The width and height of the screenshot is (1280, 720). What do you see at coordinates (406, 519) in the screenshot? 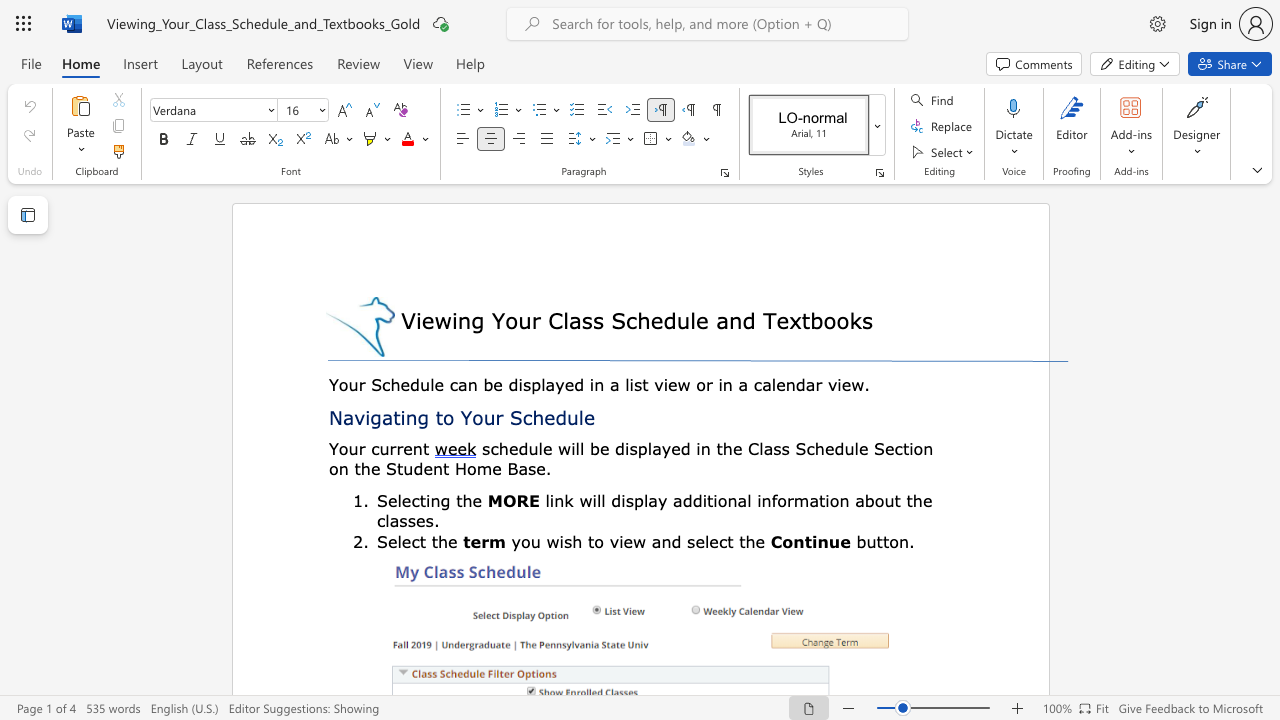
I see `the subset text "ses" within the text "information about the classes."` at bounding box center [406, 519].